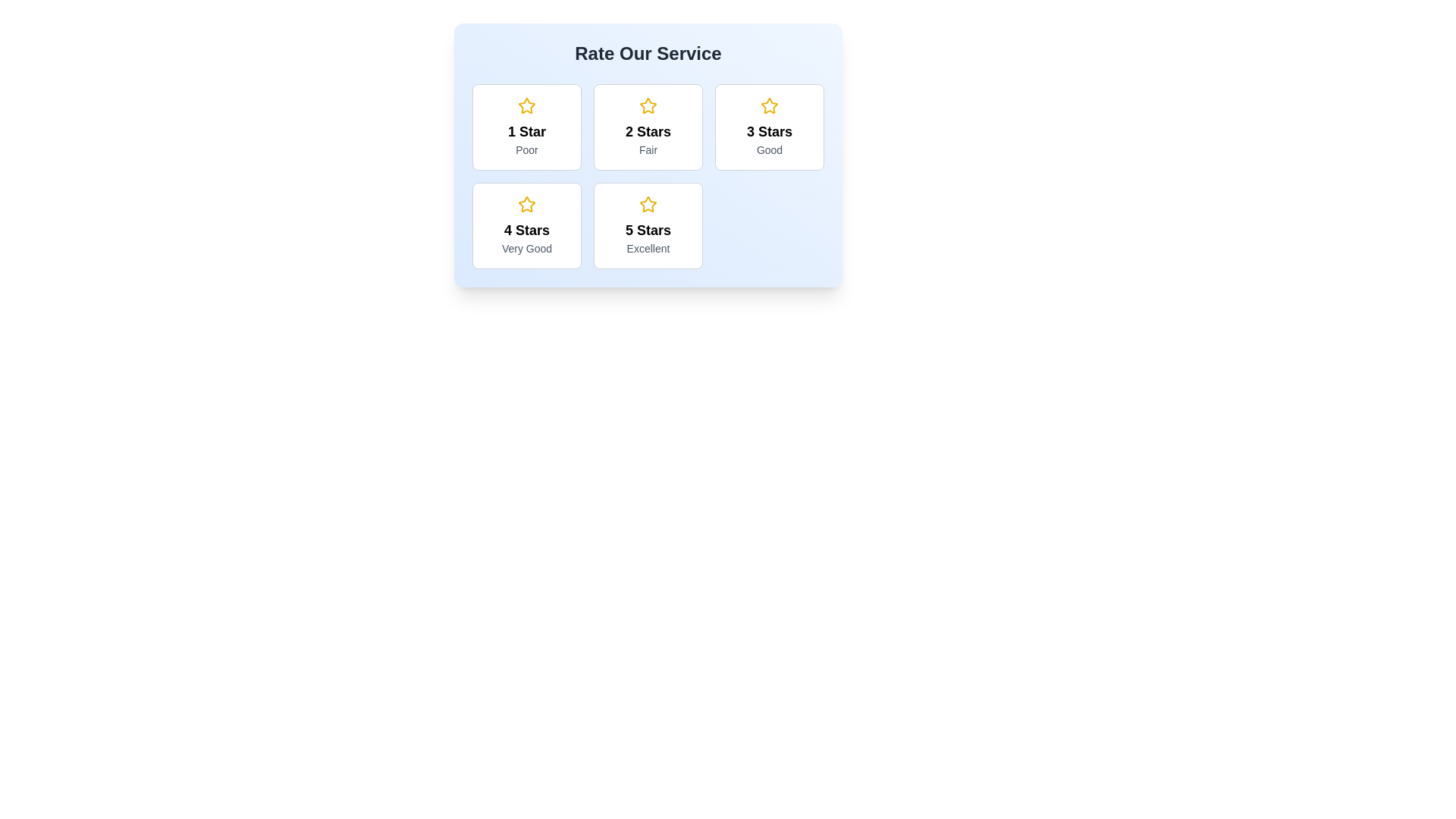 Image resolution: width=1456 pixels, height=819 pixels. I want to click on the informational label displaying a rating of 2 stars, located in the second column of a 3x2 star rating grid, so click(648, 130).